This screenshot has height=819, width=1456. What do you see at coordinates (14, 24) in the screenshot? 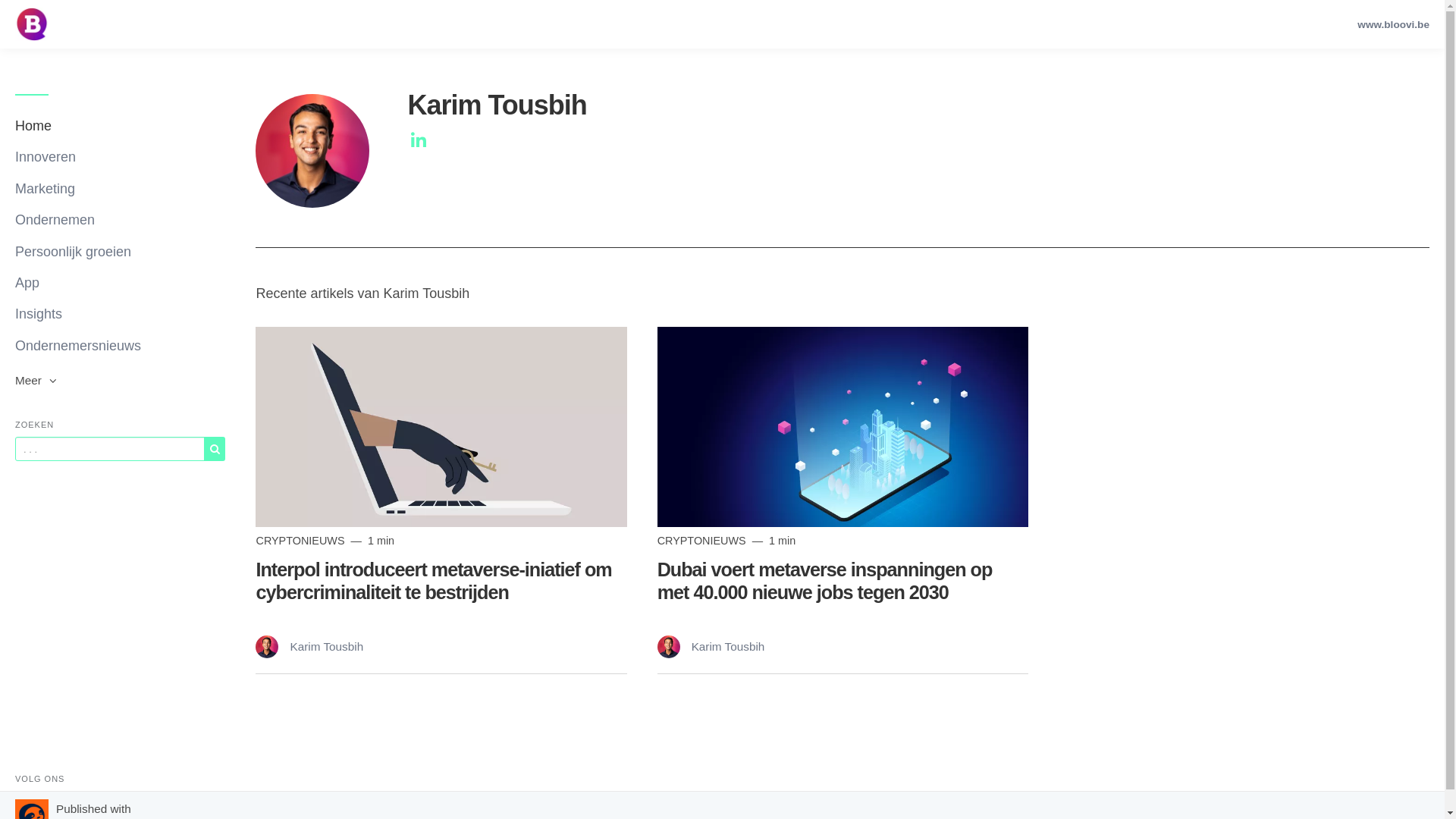
I see `'Bloovi'` at bounding box center [14, 24].